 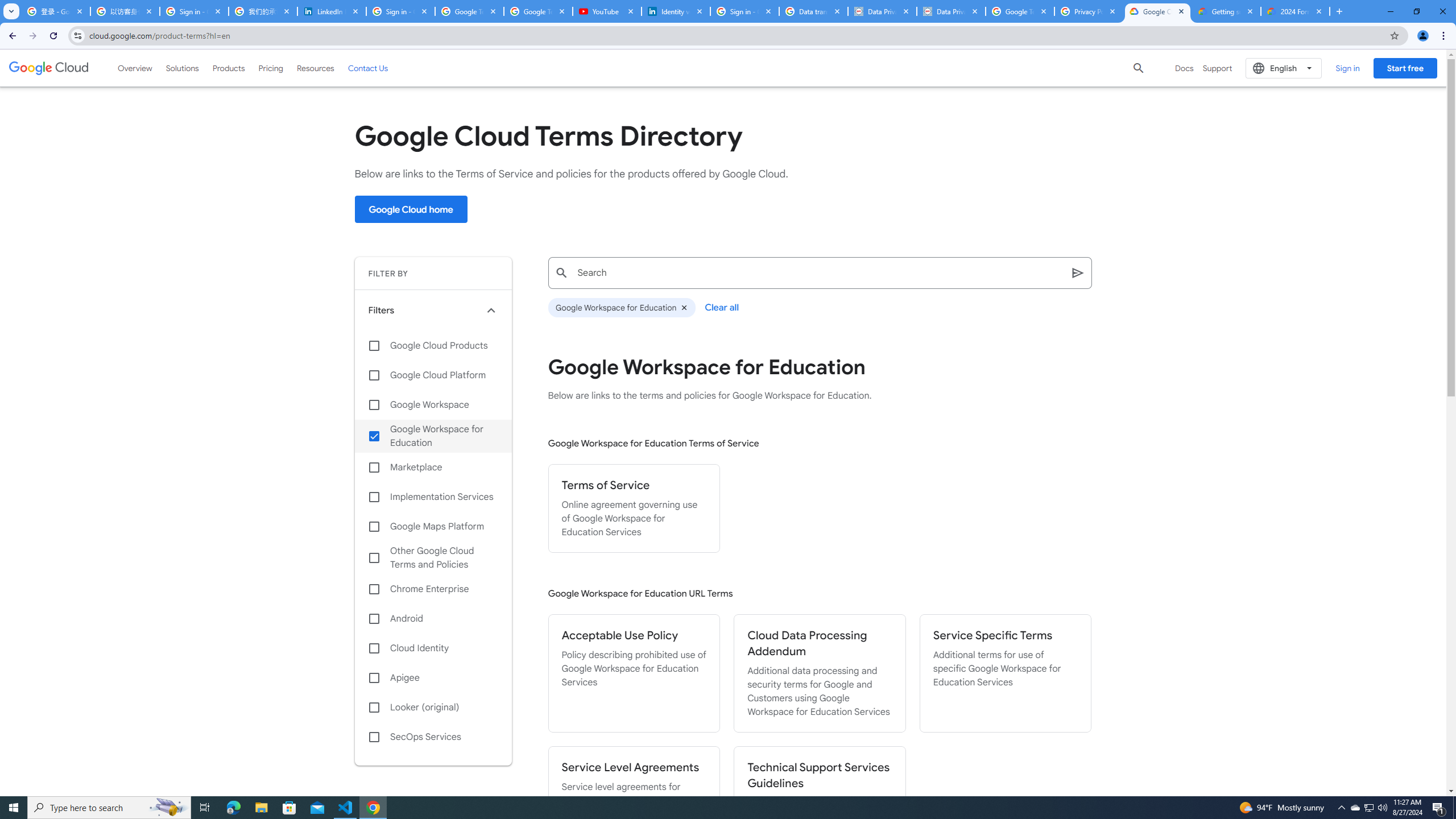 I want to click on 'Pricing', so click(x=271, y=67).